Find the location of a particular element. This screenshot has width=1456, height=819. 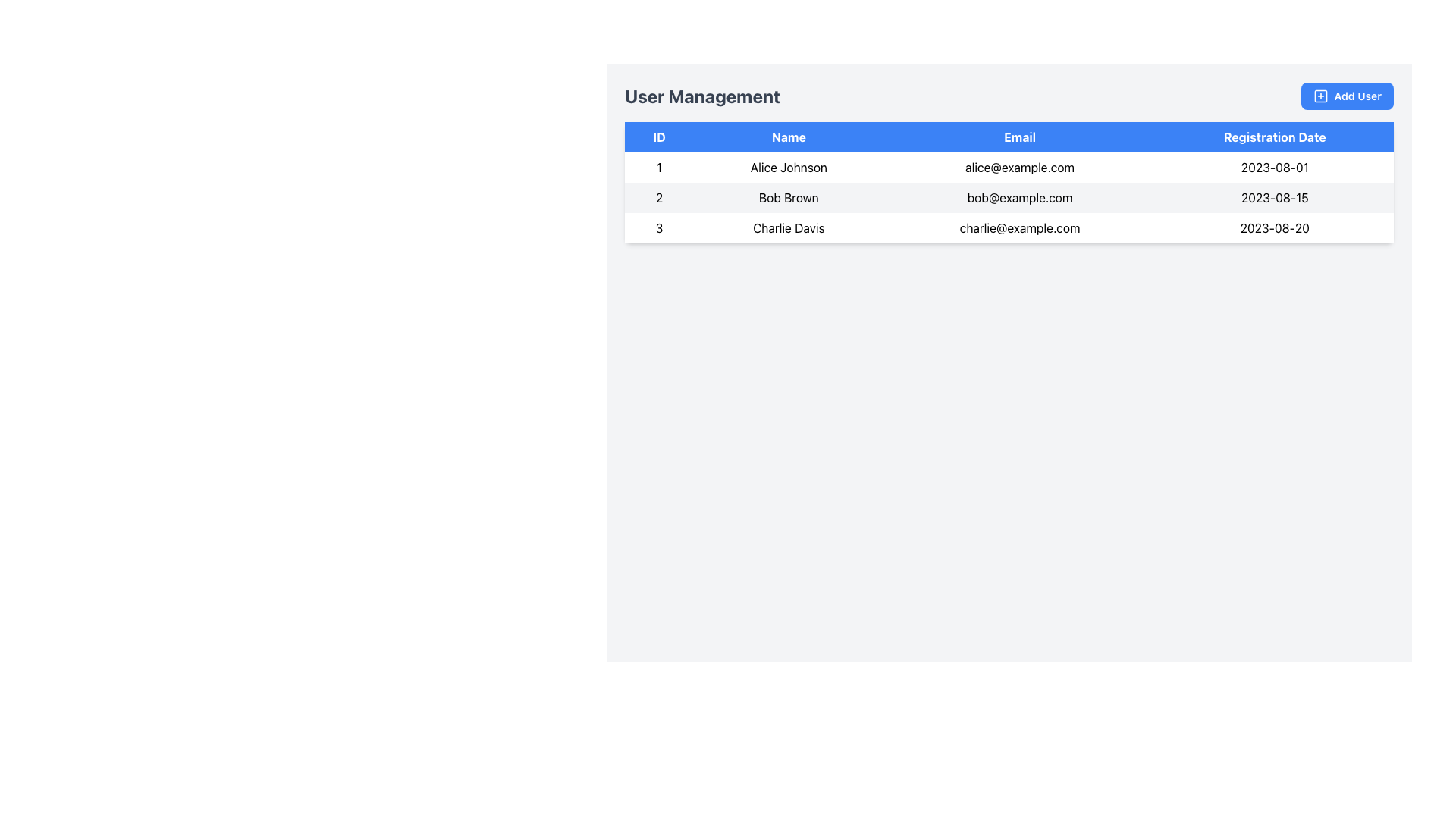

the Static Text element that identifies the second entry in the table under the 'ID' column is located at coordinates (659, 197).